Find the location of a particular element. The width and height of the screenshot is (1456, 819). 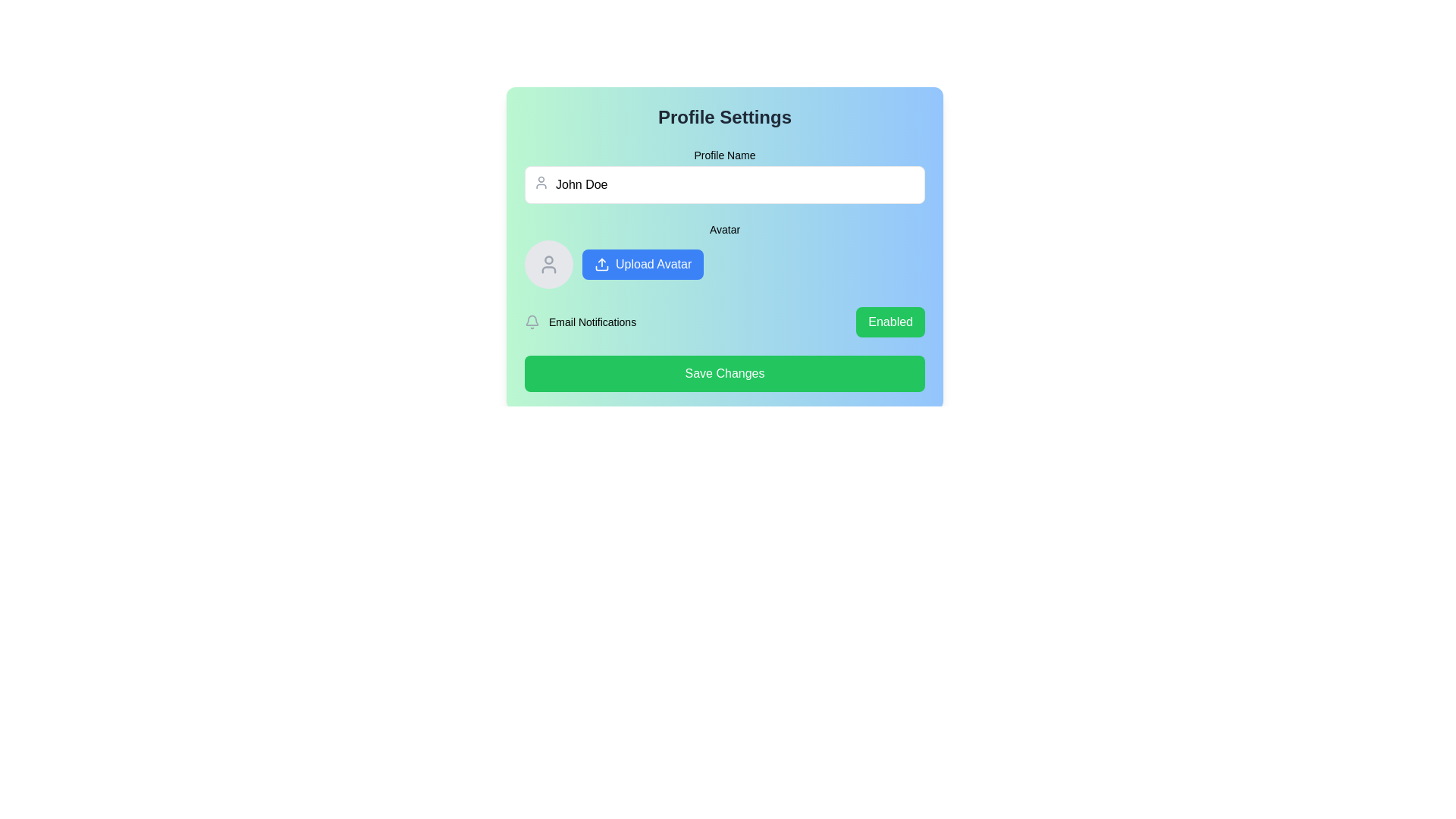

the upward arrow icon within the 'Upload Avatar' button, which has a blue outline and is positioned to the left of the button text is located at coordinates (601, 263).